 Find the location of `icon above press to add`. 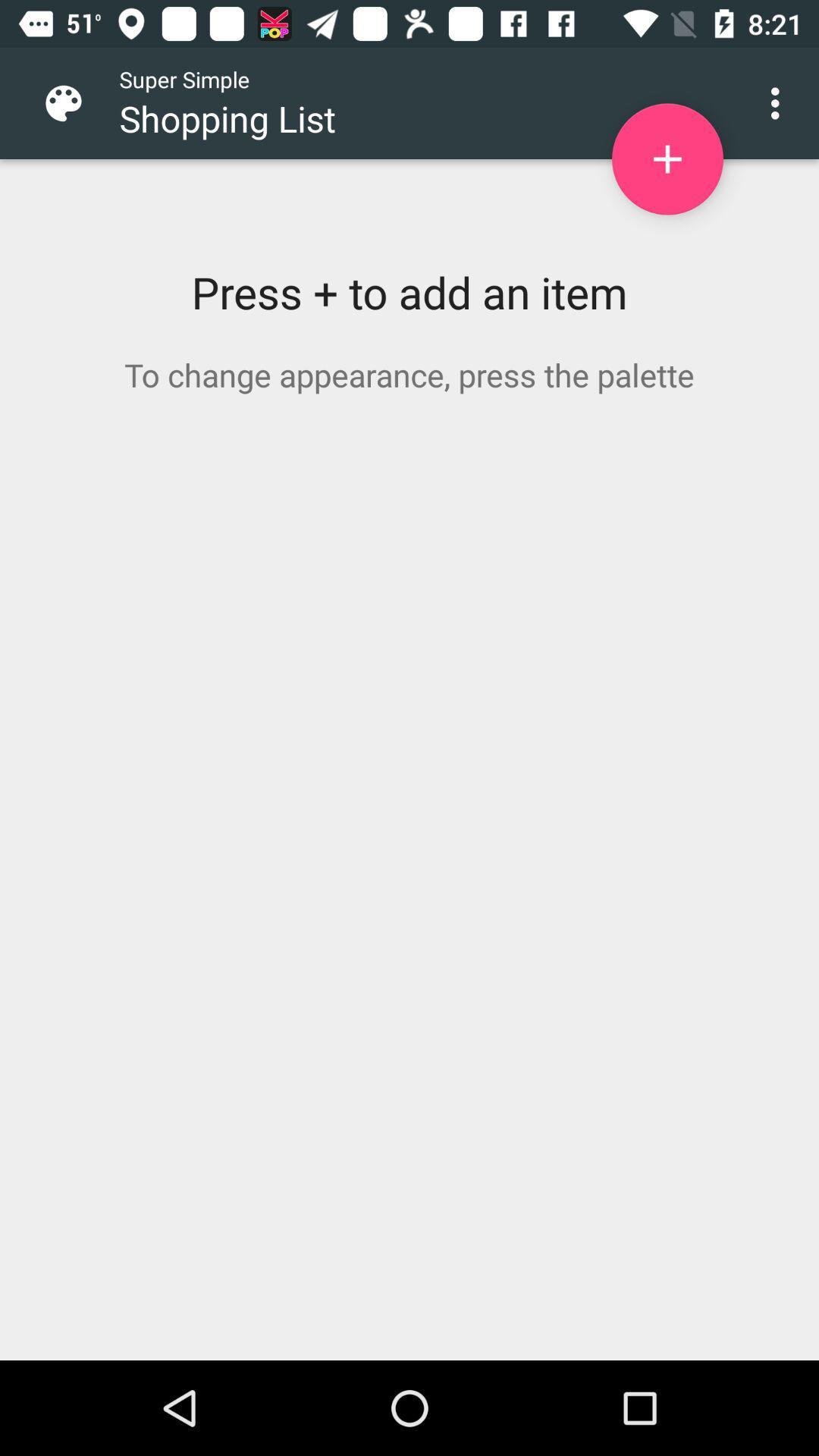

icon above press to add is located at coordinates (779, 102).